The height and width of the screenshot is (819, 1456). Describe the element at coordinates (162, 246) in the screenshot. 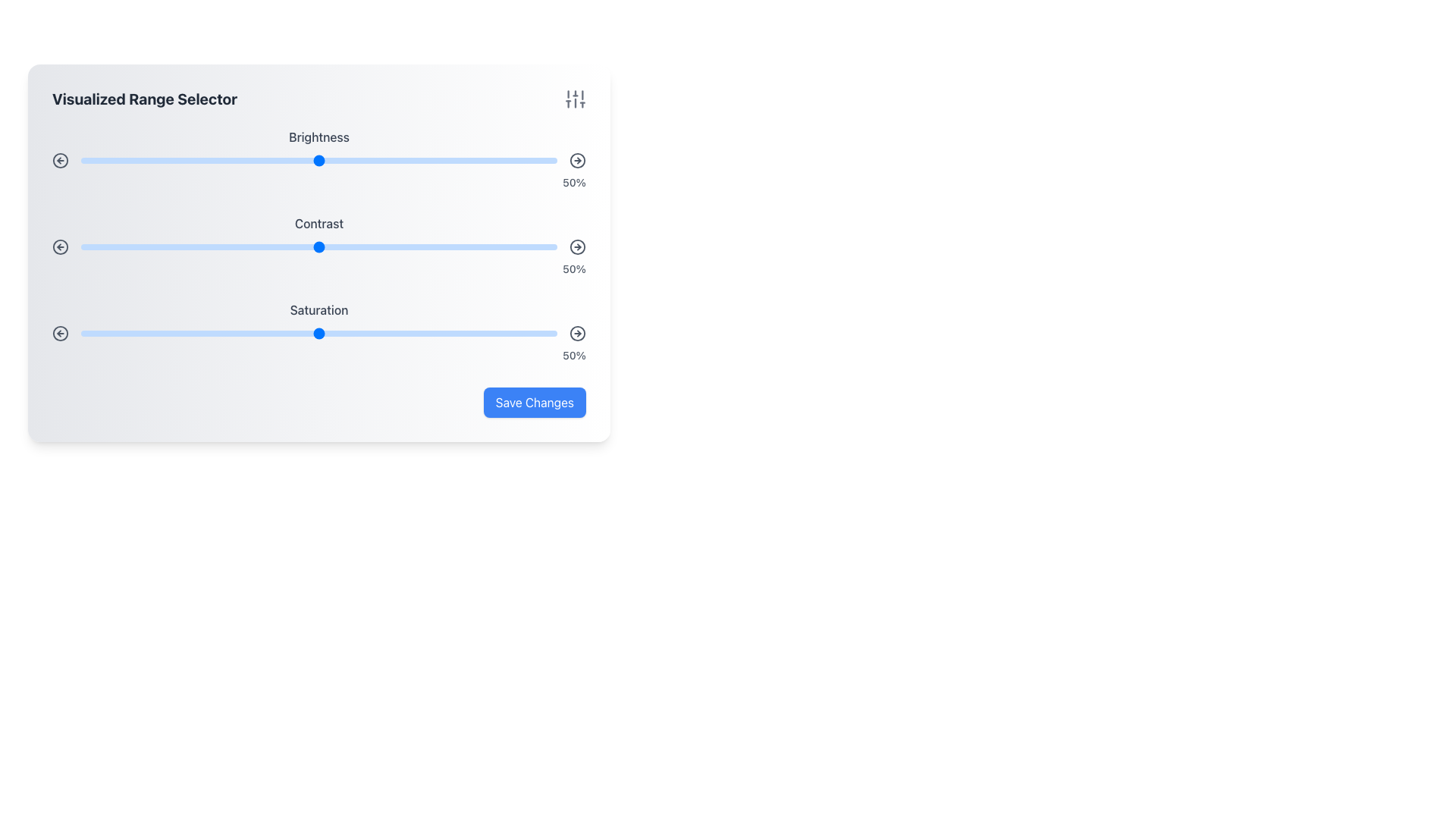

I see `contrast` at that location.